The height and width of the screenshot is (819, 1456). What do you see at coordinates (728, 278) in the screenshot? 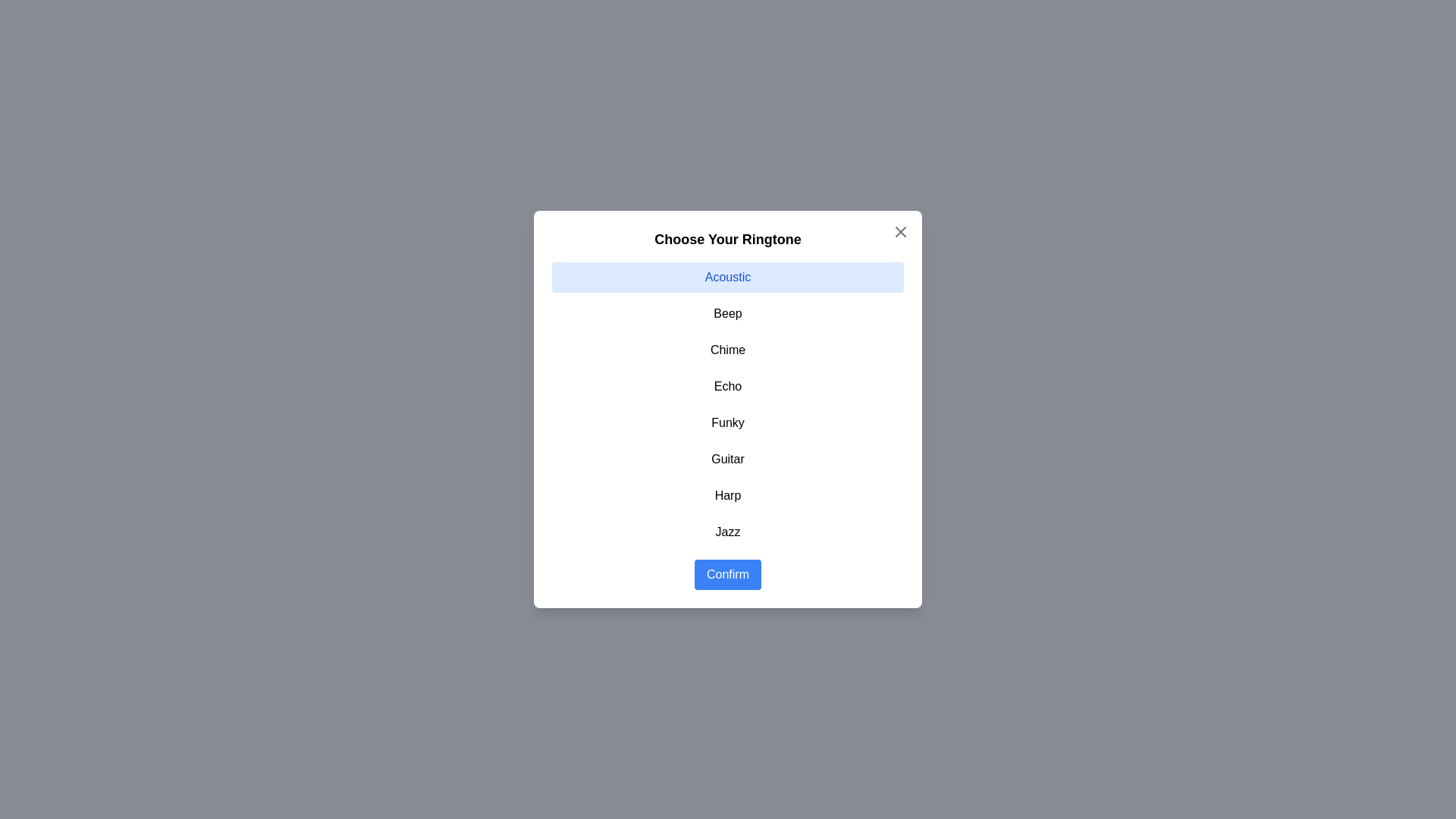
I see `the ringtone Acoustic from the list` at bounding box center [728, 278].